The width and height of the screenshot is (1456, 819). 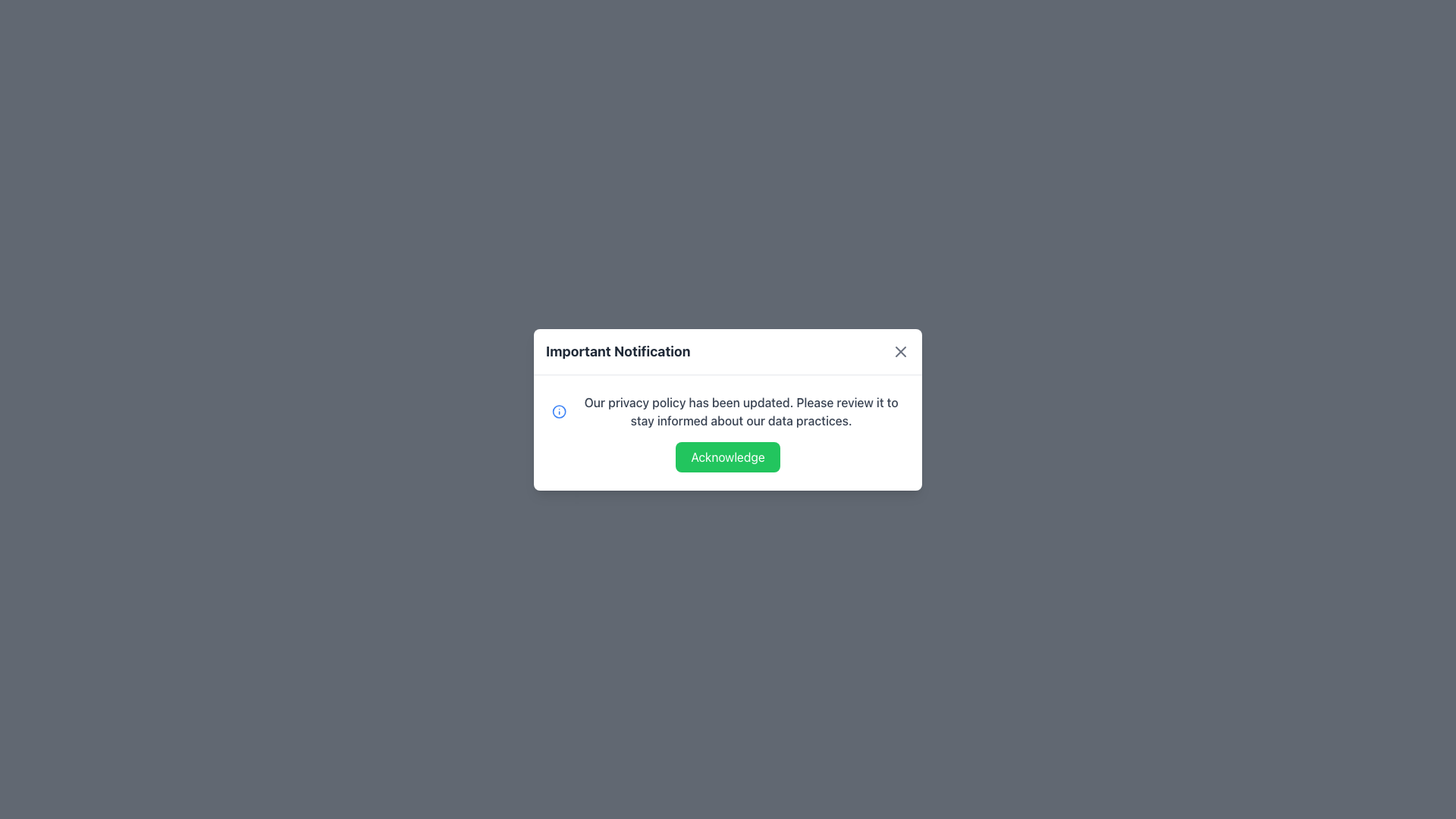 What do you see at coordinates (901, 351) in the screenshot?
I see `the Close Icon (SVG) located at the top-right corner of the 'Important Notification' modal` at bounding box center [901, 351].